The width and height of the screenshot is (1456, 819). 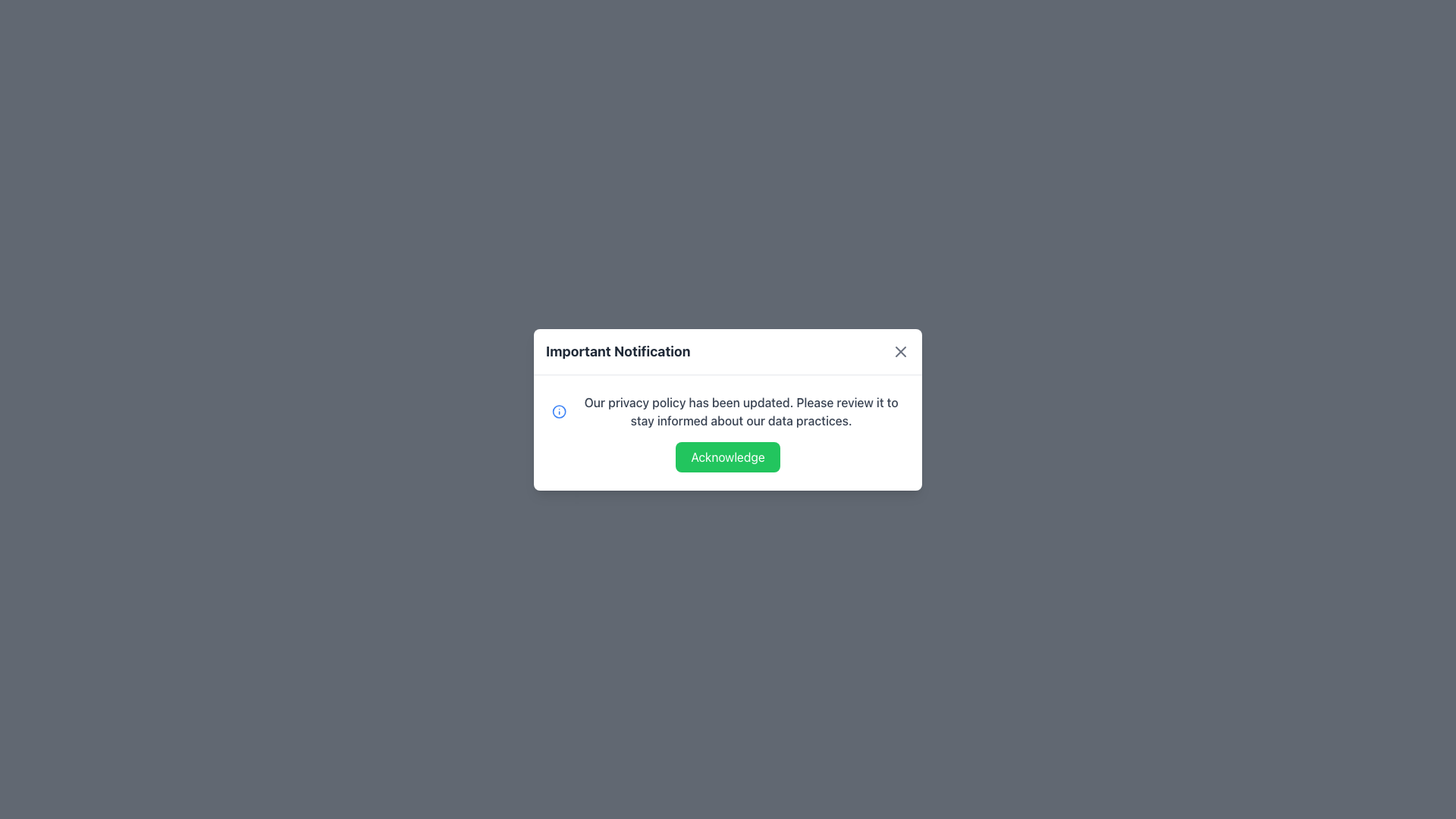 What do you see at coordinates (901, 351) in the screenshot?
I see `the Close Icon (SVG) located at the top-right corner of the 'Important Notification' modal` at bounding box center [901, 351].